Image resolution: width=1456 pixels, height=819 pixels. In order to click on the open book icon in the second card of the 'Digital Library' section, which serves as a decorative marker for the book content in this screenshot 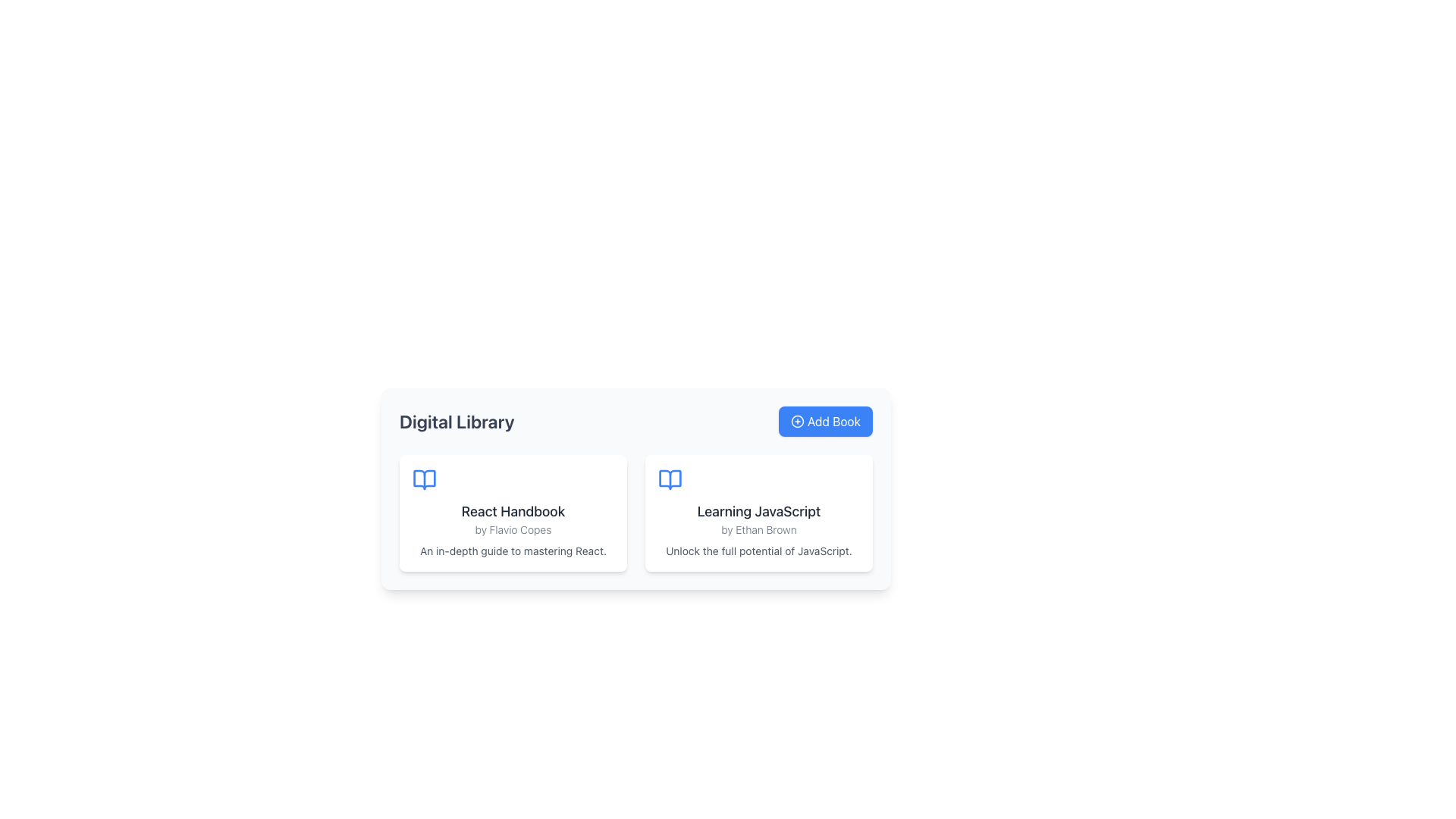, I will do `click(669, 479)`.